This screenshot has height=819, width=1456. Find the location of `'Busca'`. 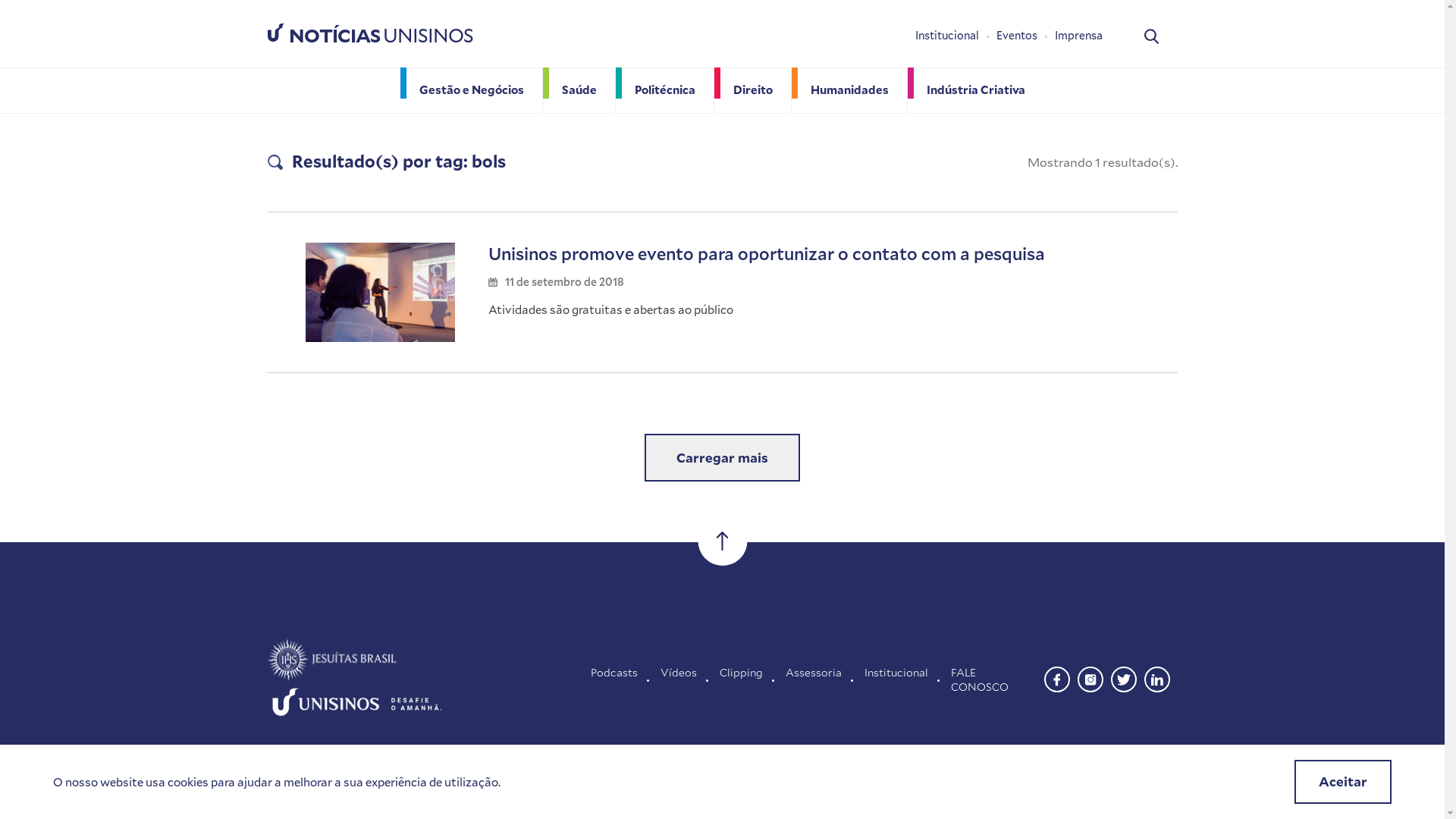

'Busca' is located at coordinates (1150, 34).